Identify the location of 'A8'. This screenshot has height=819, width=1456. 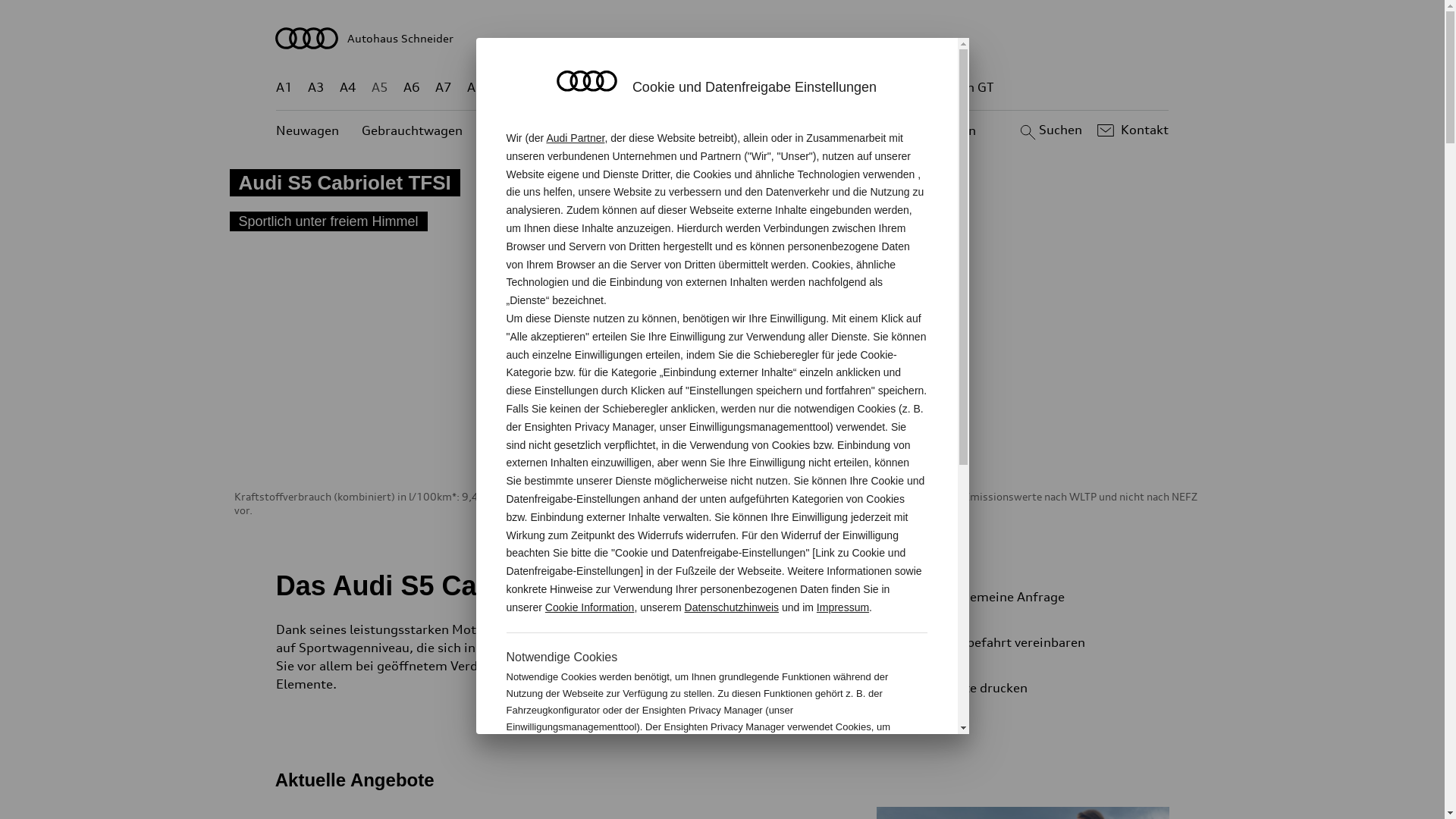
(466, 87).